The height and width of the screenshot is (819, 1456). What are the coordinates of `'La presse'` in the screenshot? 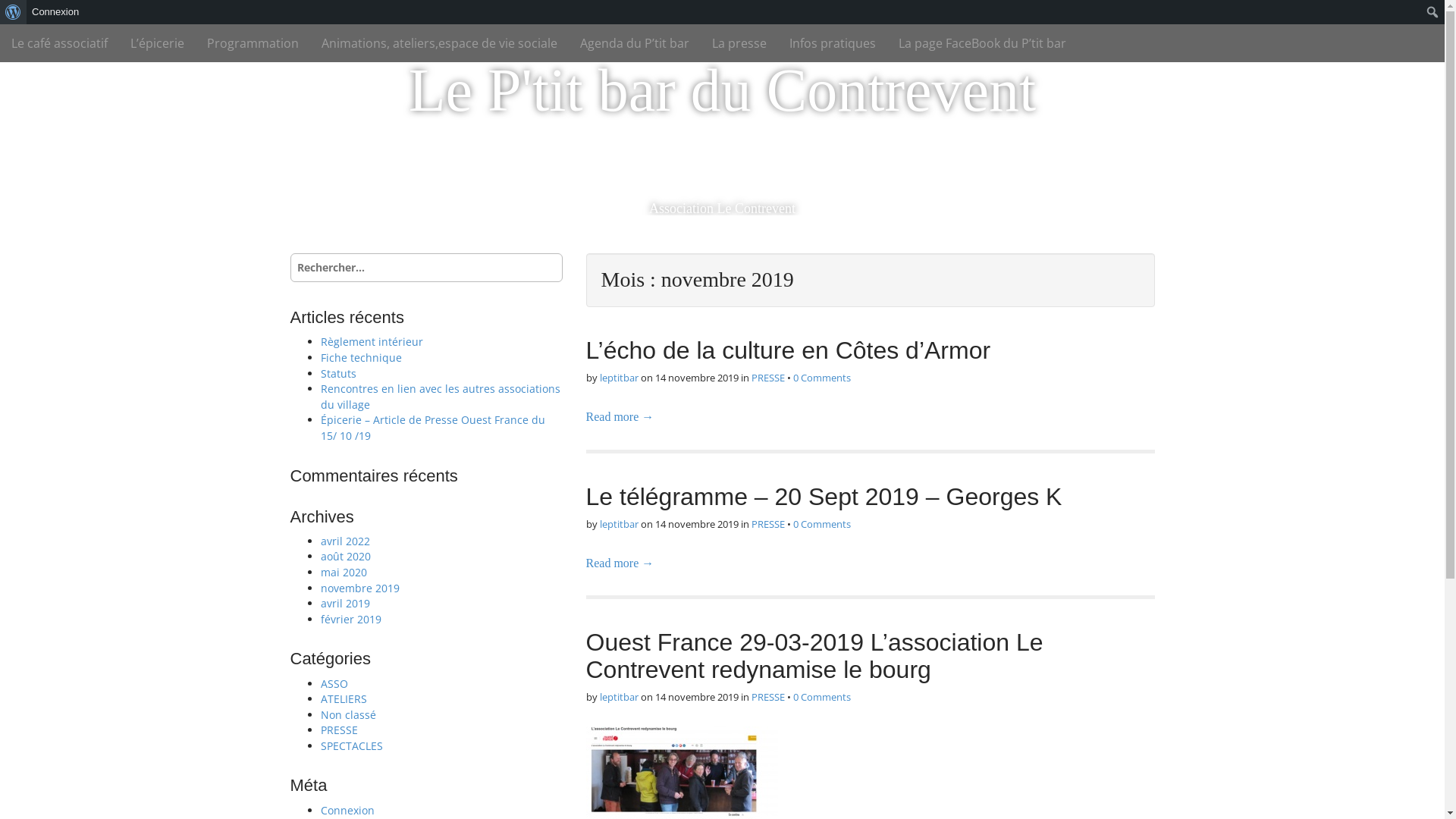 It's located at (700, 42).